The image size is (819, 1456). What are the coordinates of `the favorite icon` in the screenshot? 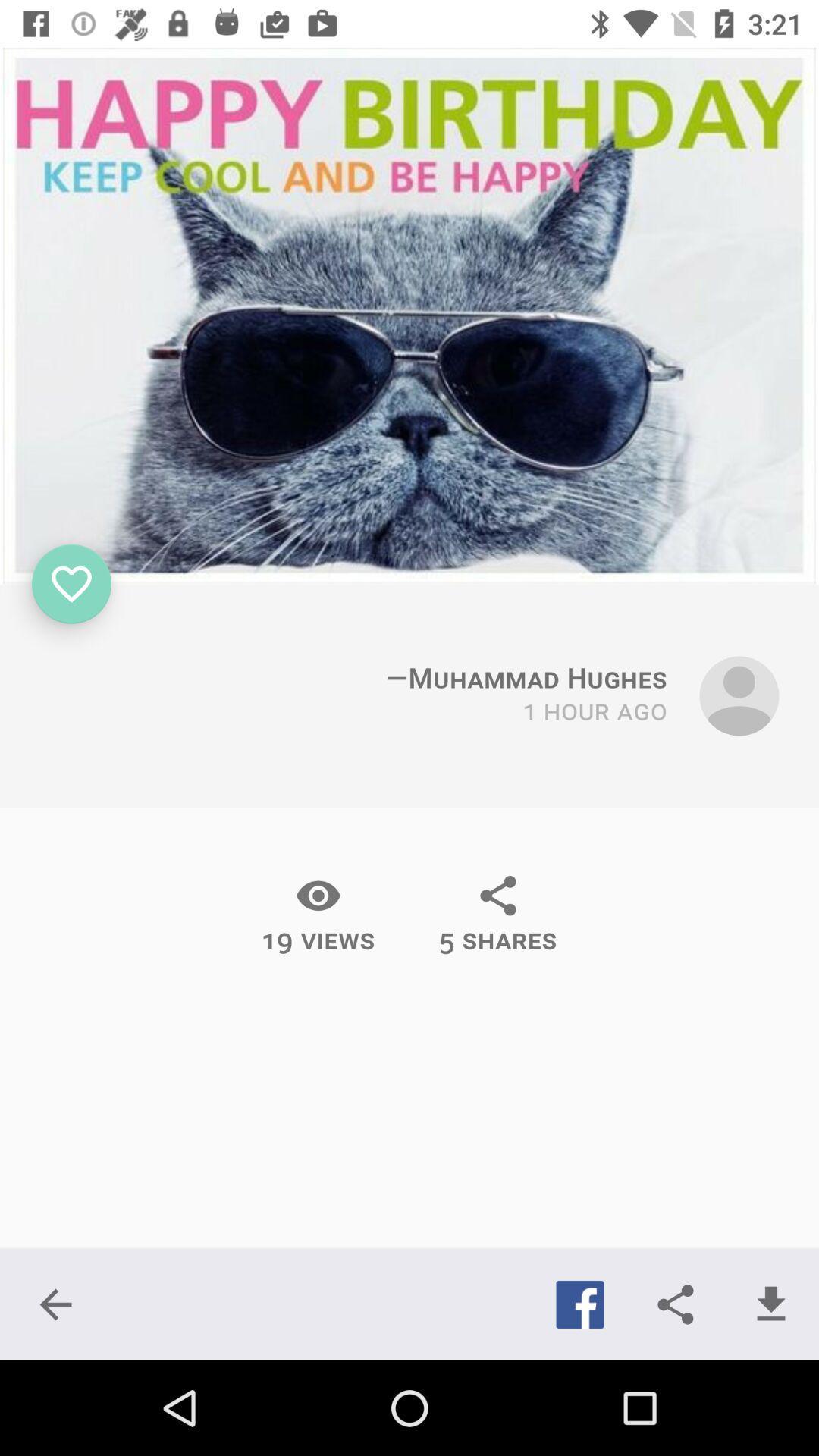 It's located at (71, 583).